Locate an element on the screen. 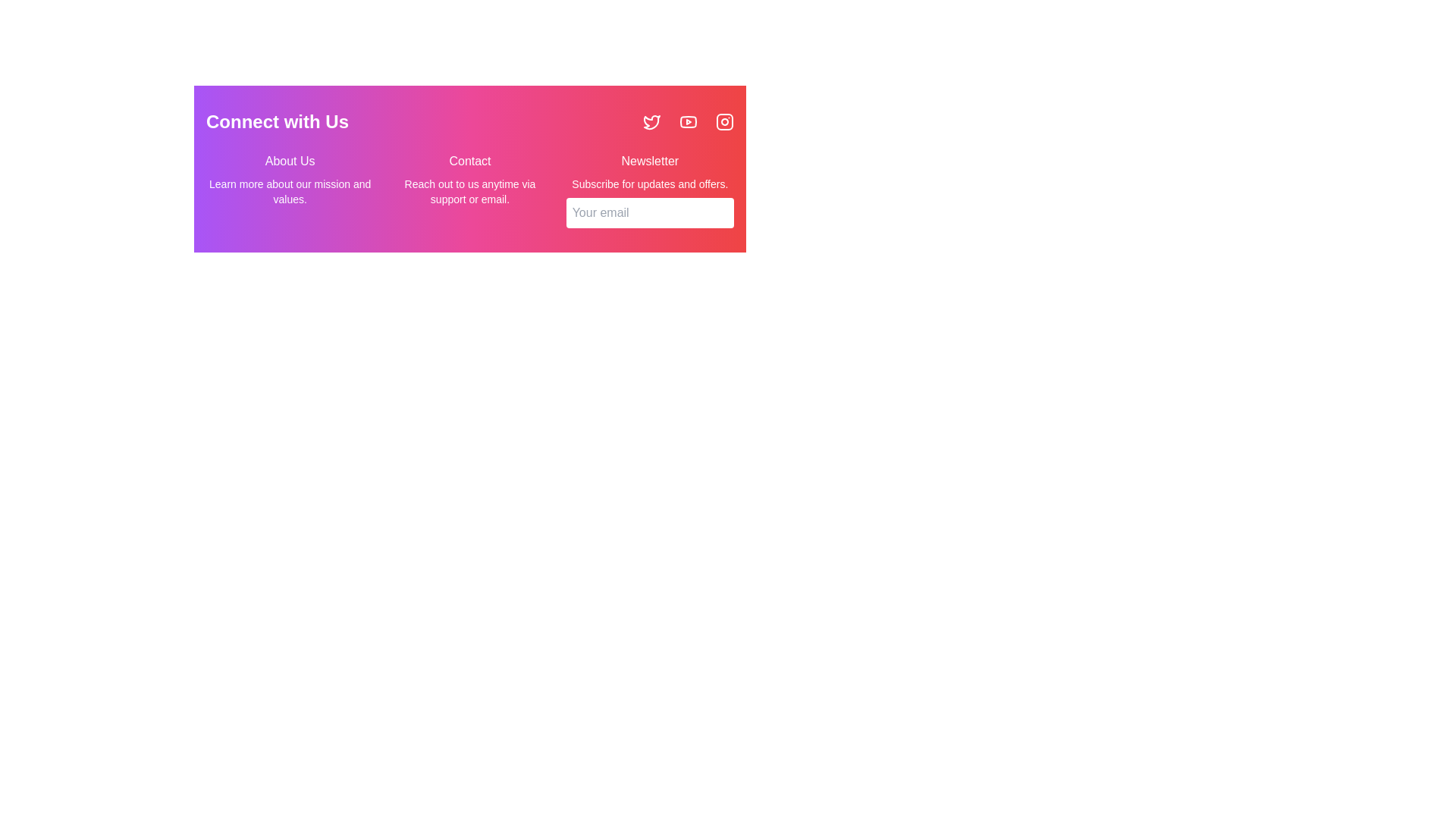 Image resolution: width=1456 pixels, height=819 pixels. the text element that reads 'Subscribe for updates and offers.' which is styled in white color on a gradient background, located directly below the 'Newsletter' heading is located at coordinates (650, 184).